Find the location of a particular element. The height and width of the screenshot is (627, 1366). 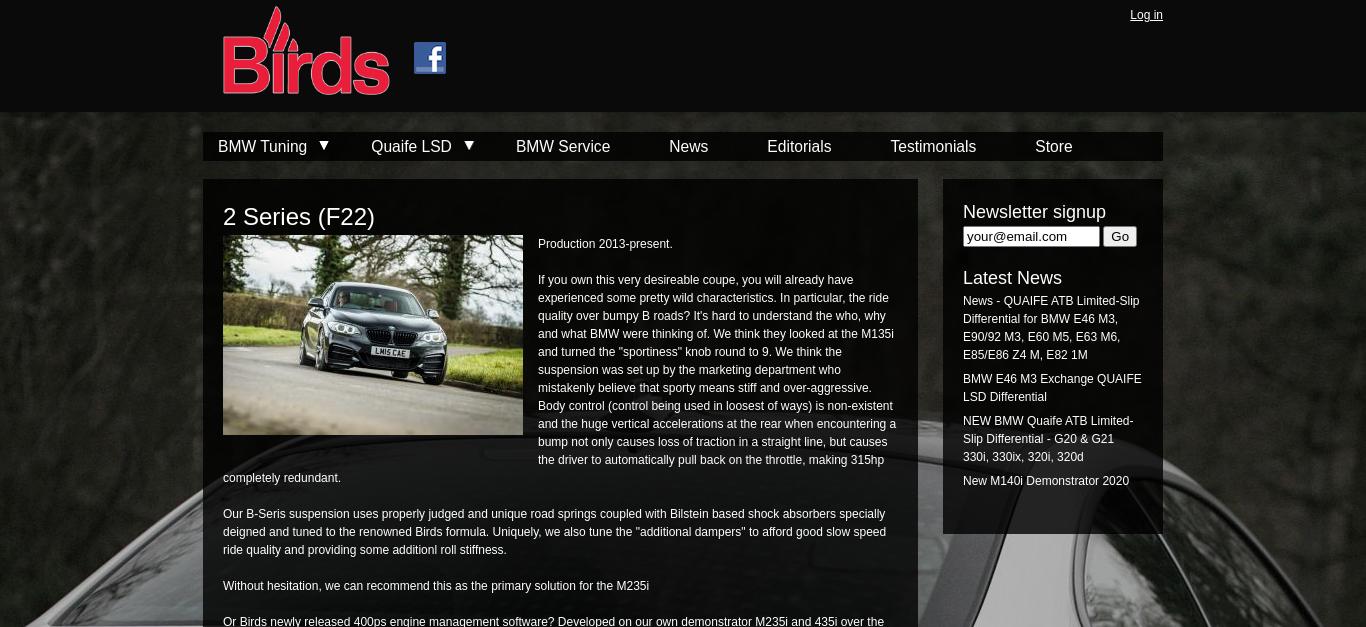

'Testimonials' is located at coordinates (932, 145).